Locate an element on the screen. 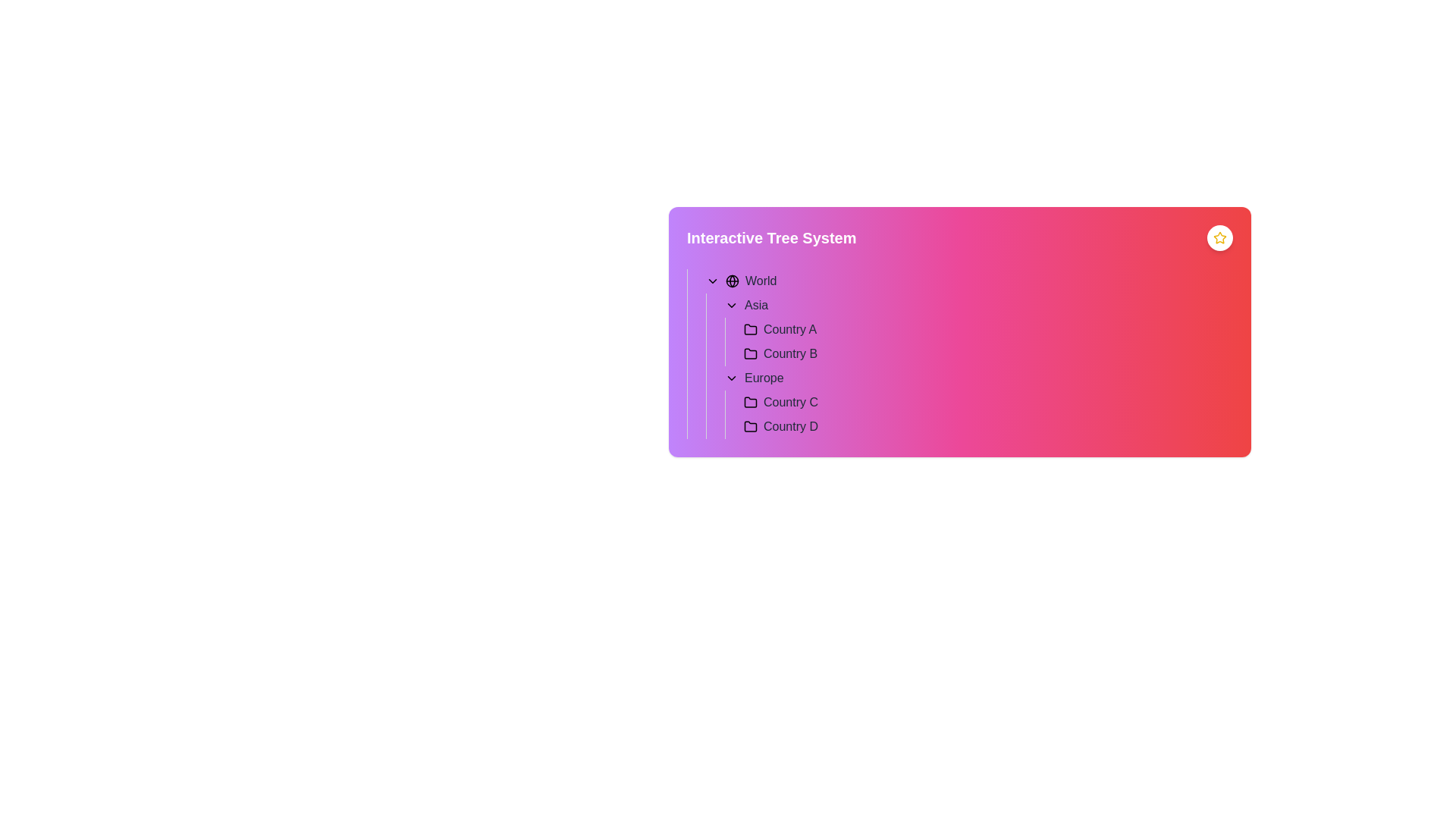 The image size is (1456, 819). the folder icon representing 'Country A' under the 'Asia' section to expand or collapse it is located at coordinates (750, 328).